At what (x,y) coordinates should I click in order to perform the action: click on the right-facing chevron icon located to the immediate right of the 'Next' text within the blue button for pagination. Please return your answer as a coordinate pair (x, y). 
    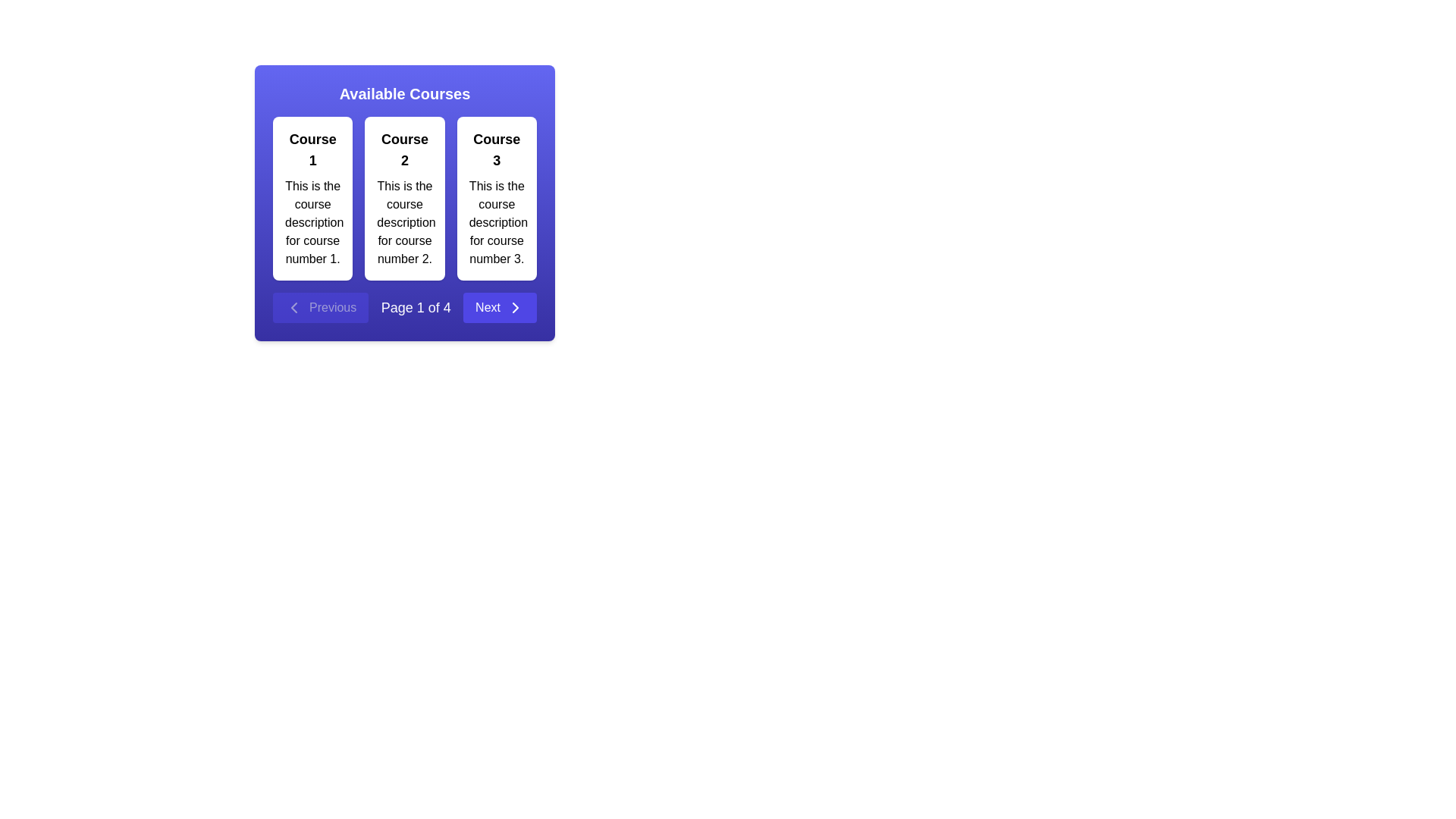
    Looking at the image, I should click on (516, 307).